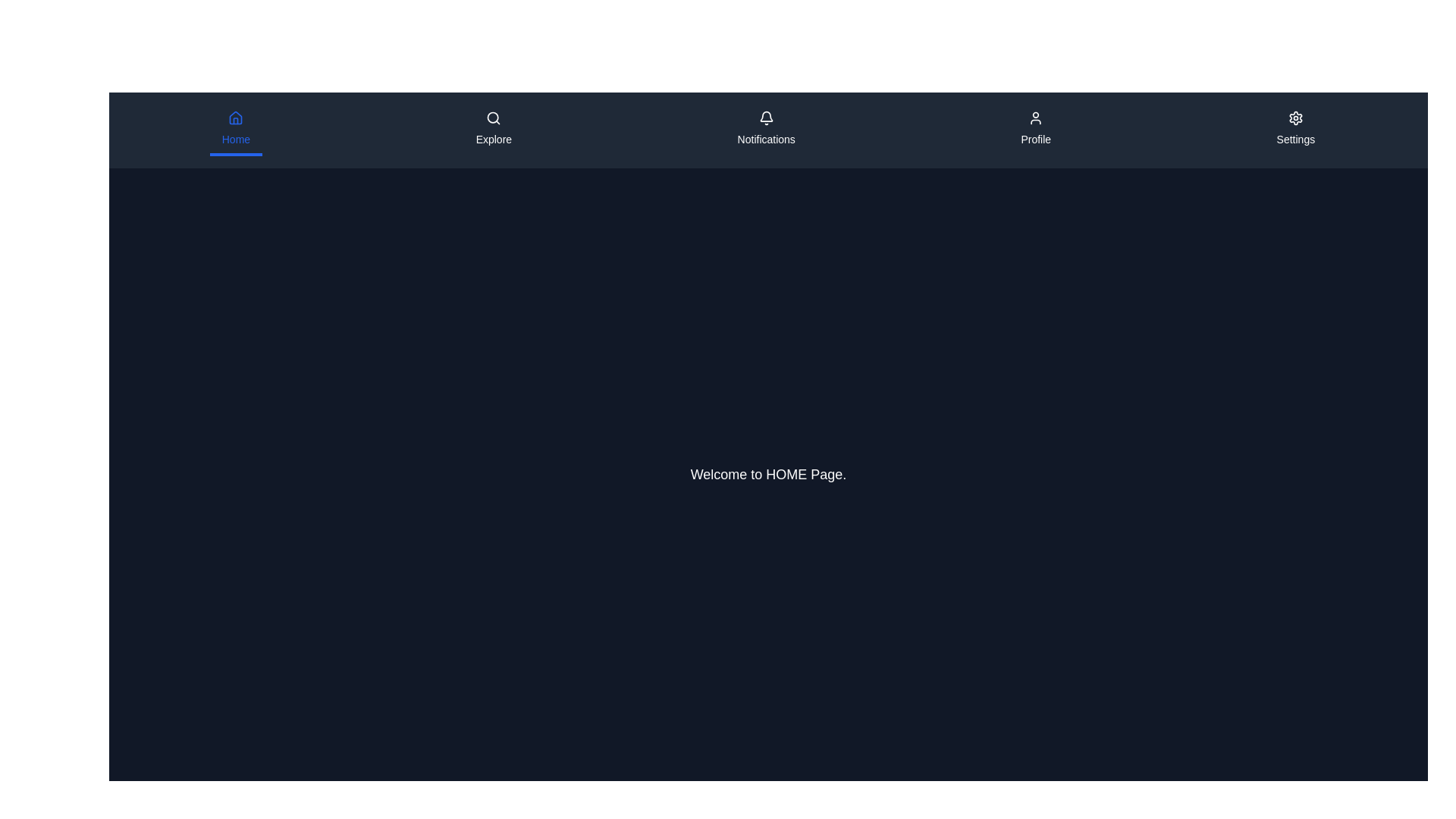 This screenshot has width=1456, height=819. Describe the element at coordinates (1294, 140) in the screenshot. I see `the 'Settings' text label located below the gear icon in the top navigation bar` at that location.